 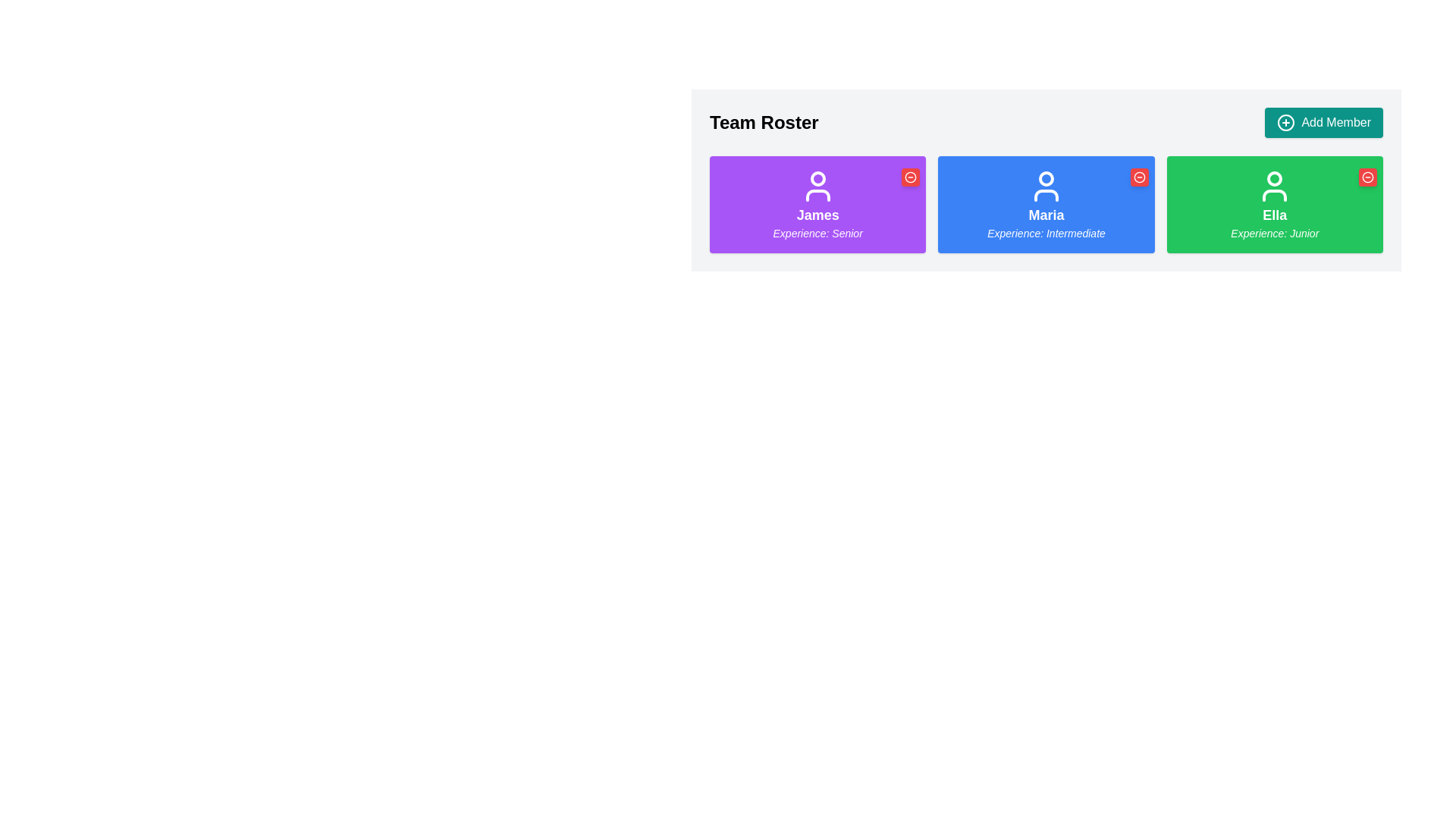 What do you see at coordinates (764, 122) in the screenshot?
I see `the static text label displaying 'Team Roster', located at the top left of the interface, to provide context for the user` at bounding box center [764, 122].